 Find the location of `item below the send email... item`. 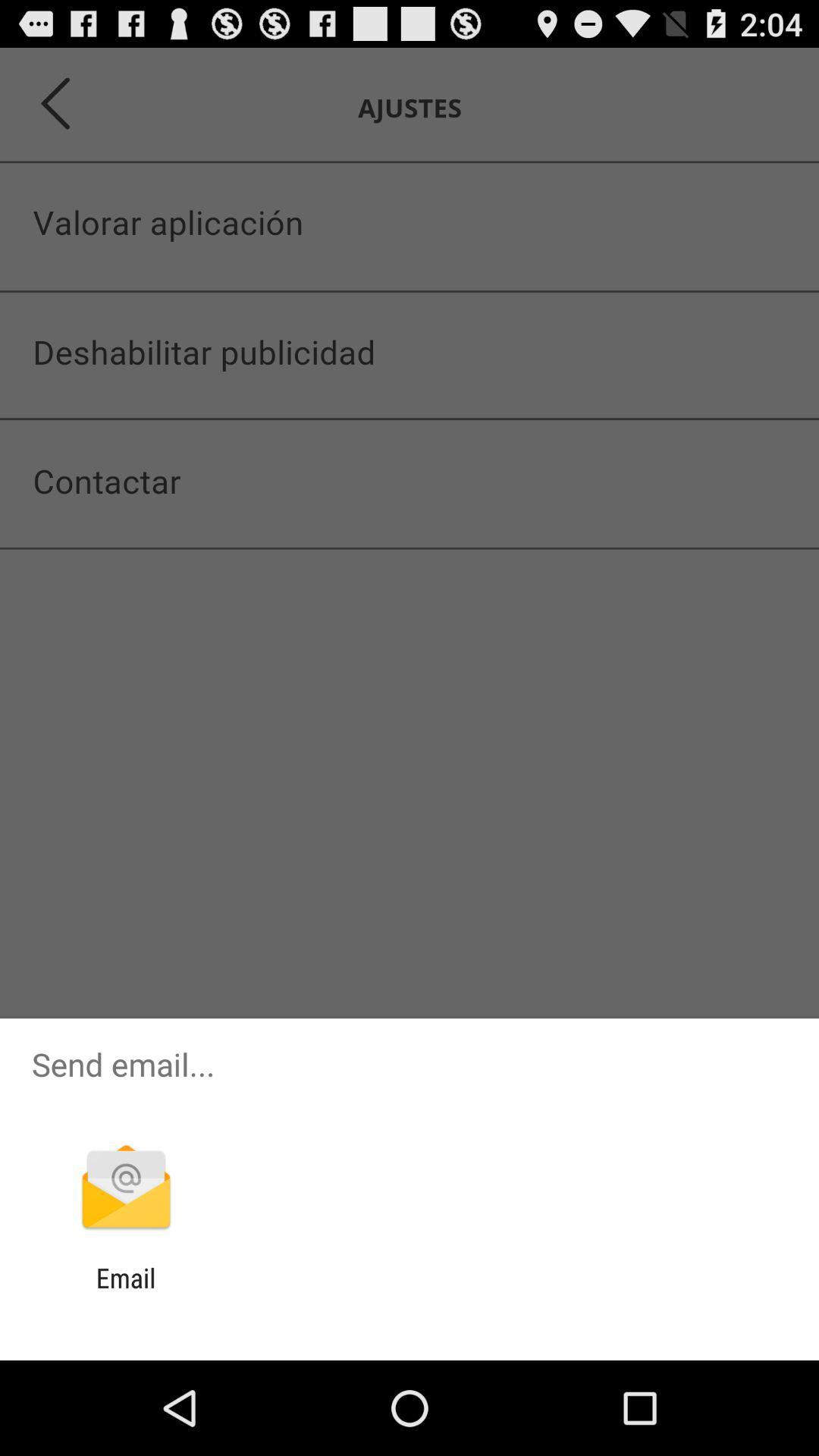

item below the send email... item is located at coordinates (125, 1188).